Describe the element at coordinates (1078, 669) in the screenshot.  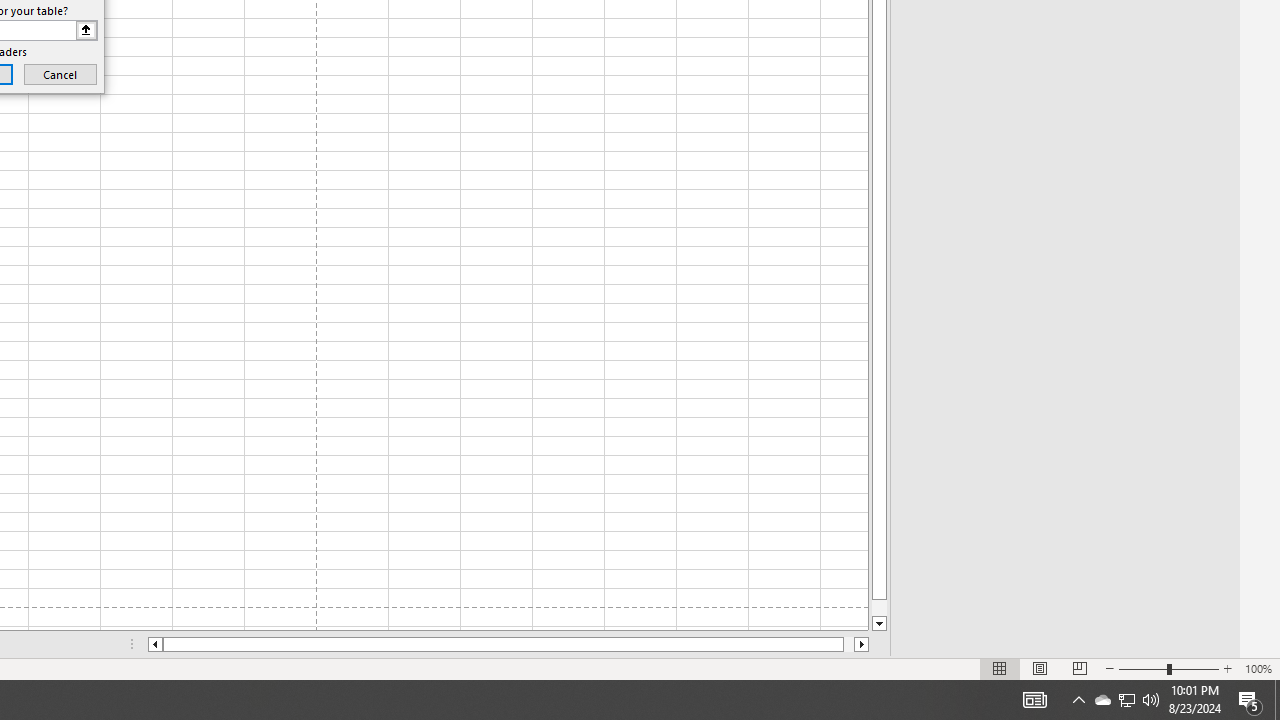
I see `'Page Break Preview'` at that location.